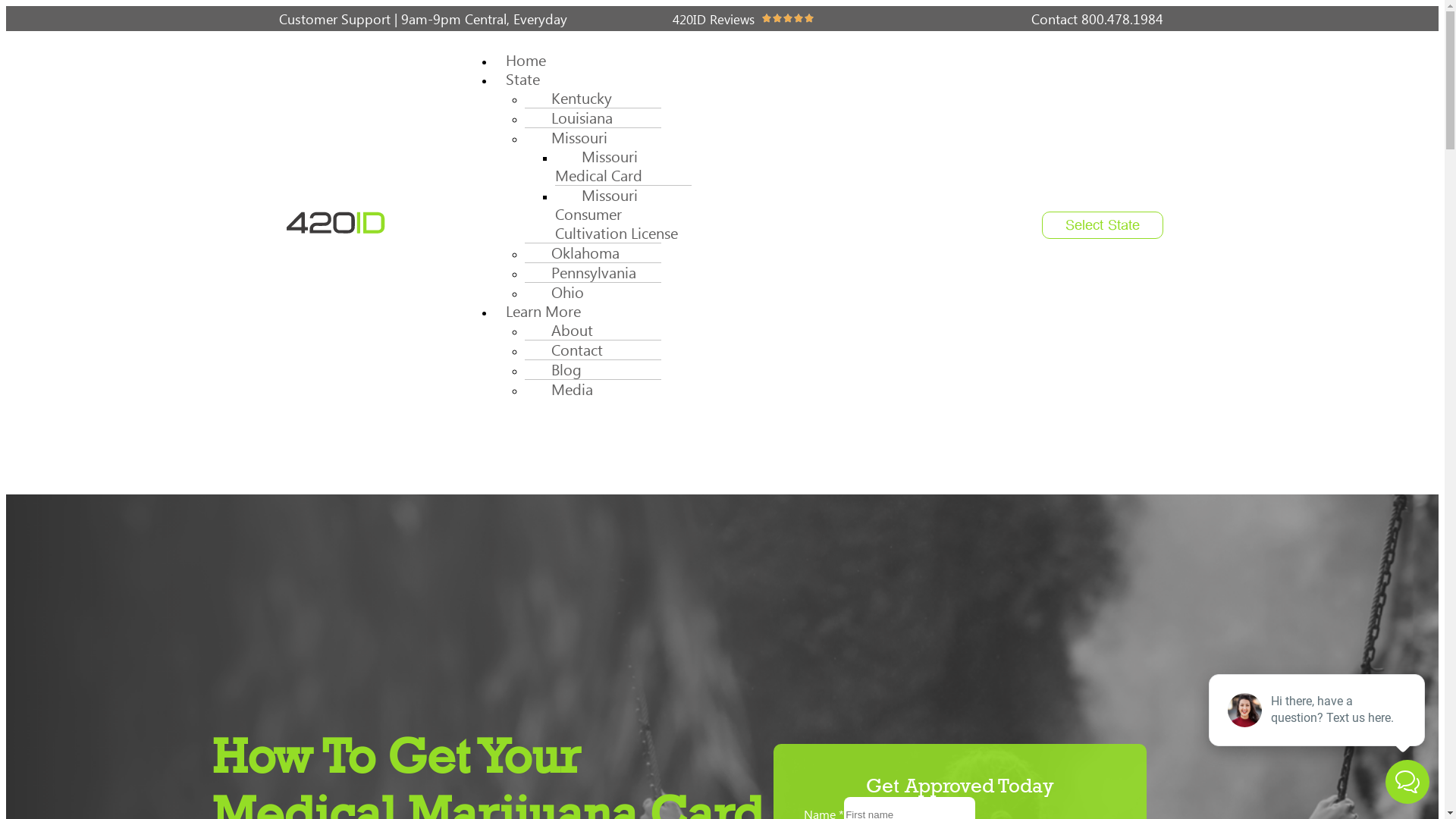 This screenshot has height=819, width=1456. I want to click on 'Media', so click(563, 388).